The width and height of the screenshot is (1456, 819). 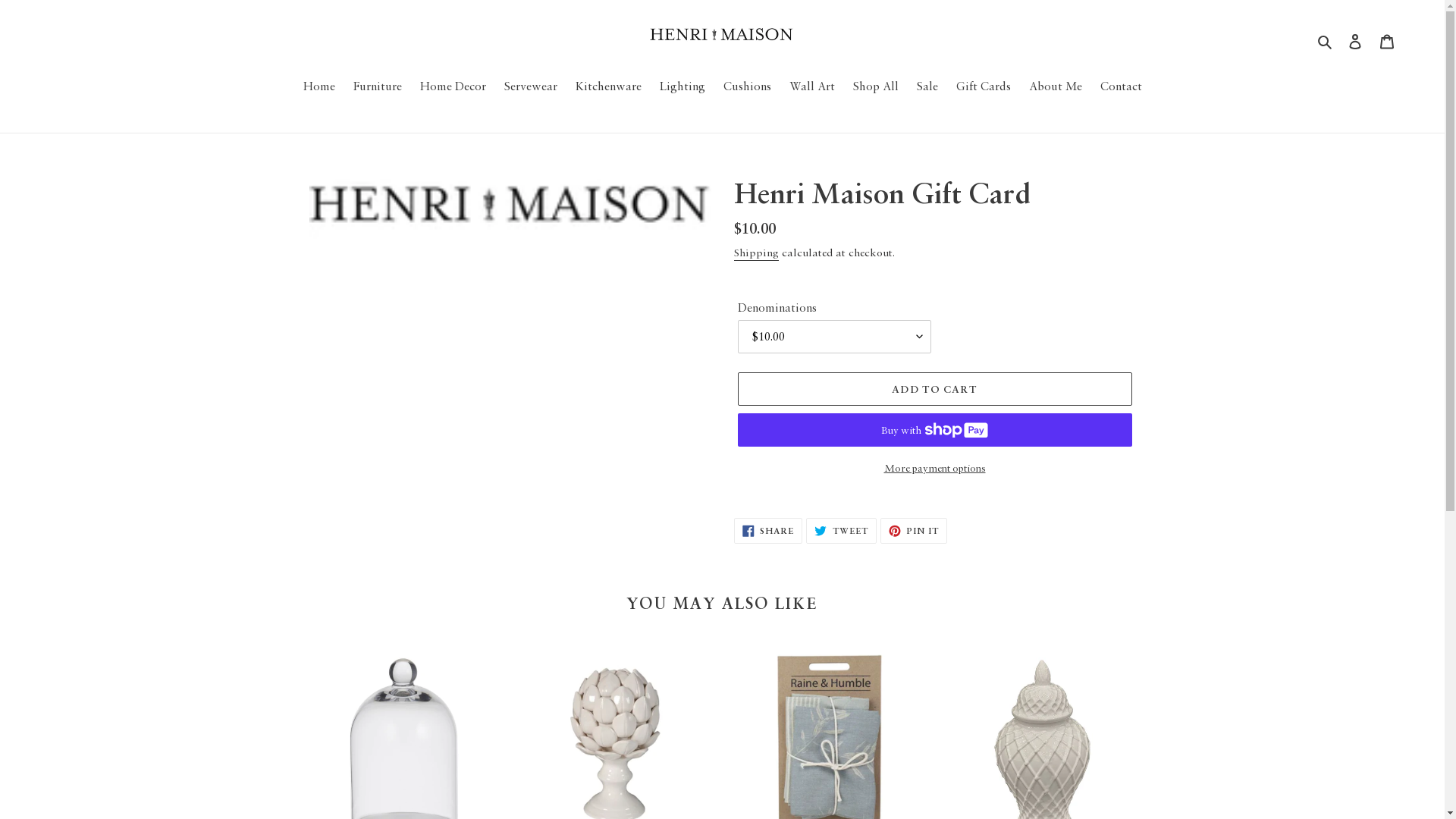 What do you see at coordinates (345, 86) in the screenshot?
I see `'Furniture'` at bounding box center [345, 86].